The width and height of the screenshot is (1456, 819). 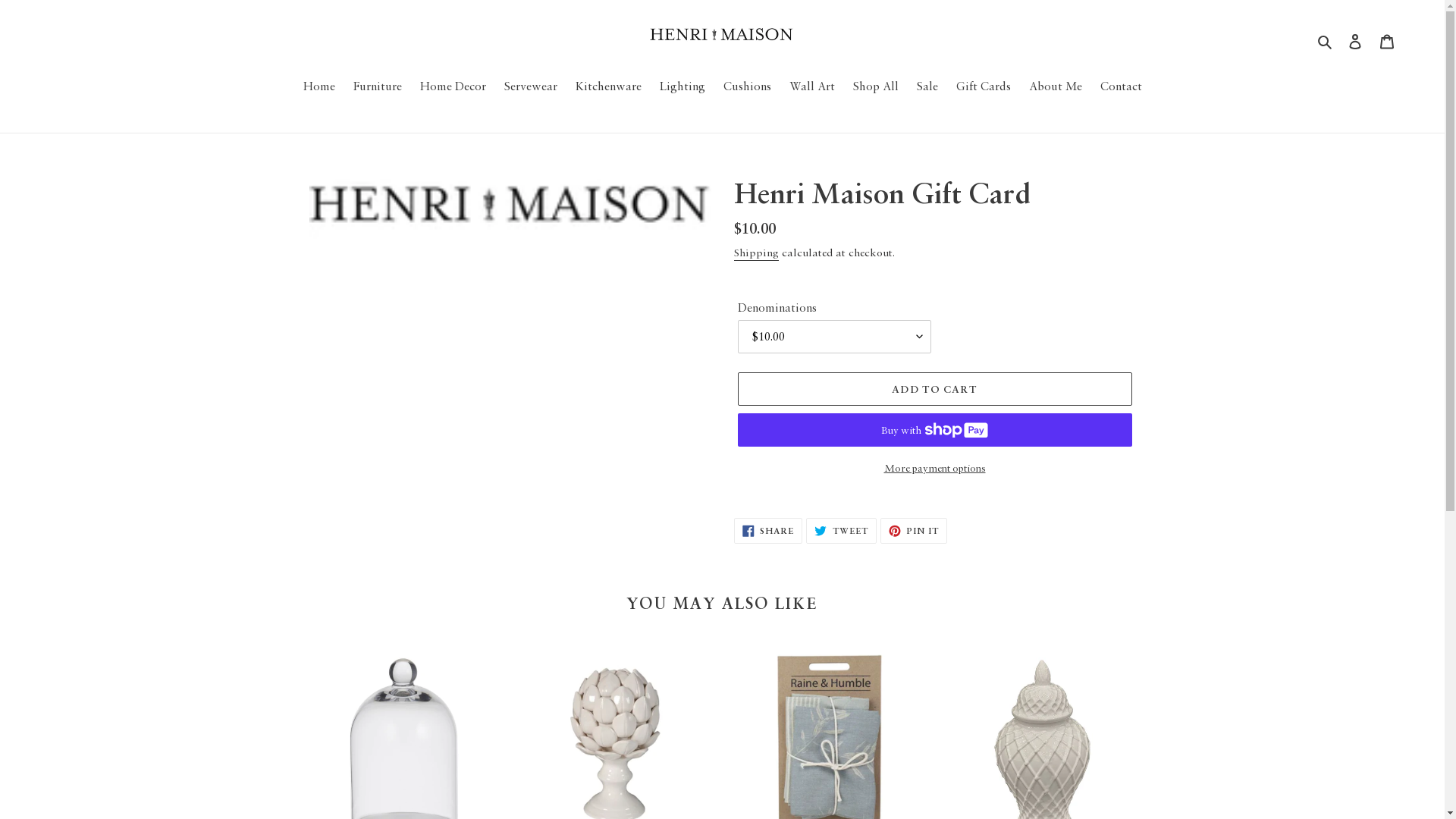 What do you see at coordinates (345, 86) in the screenshot?
I see `'Furniture'` at bounding box center [345, 86].